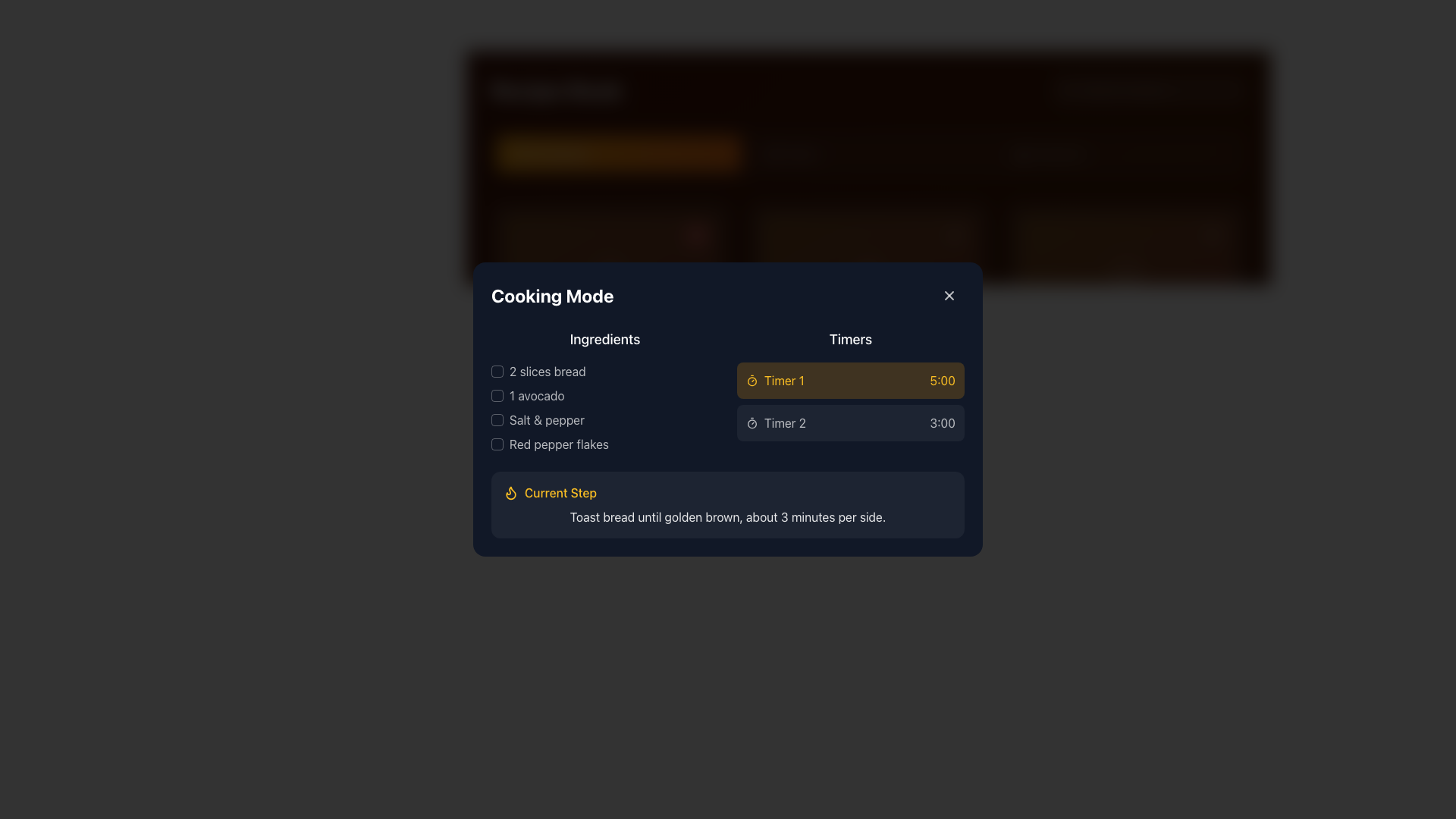 Image resolution: width=1456 pixels, height=819 pixels. Describe the element at coordinates (785, 423) in the screenshot. I see `the 'Timer 2' label within the Timers section of the modal dialog` at that location.